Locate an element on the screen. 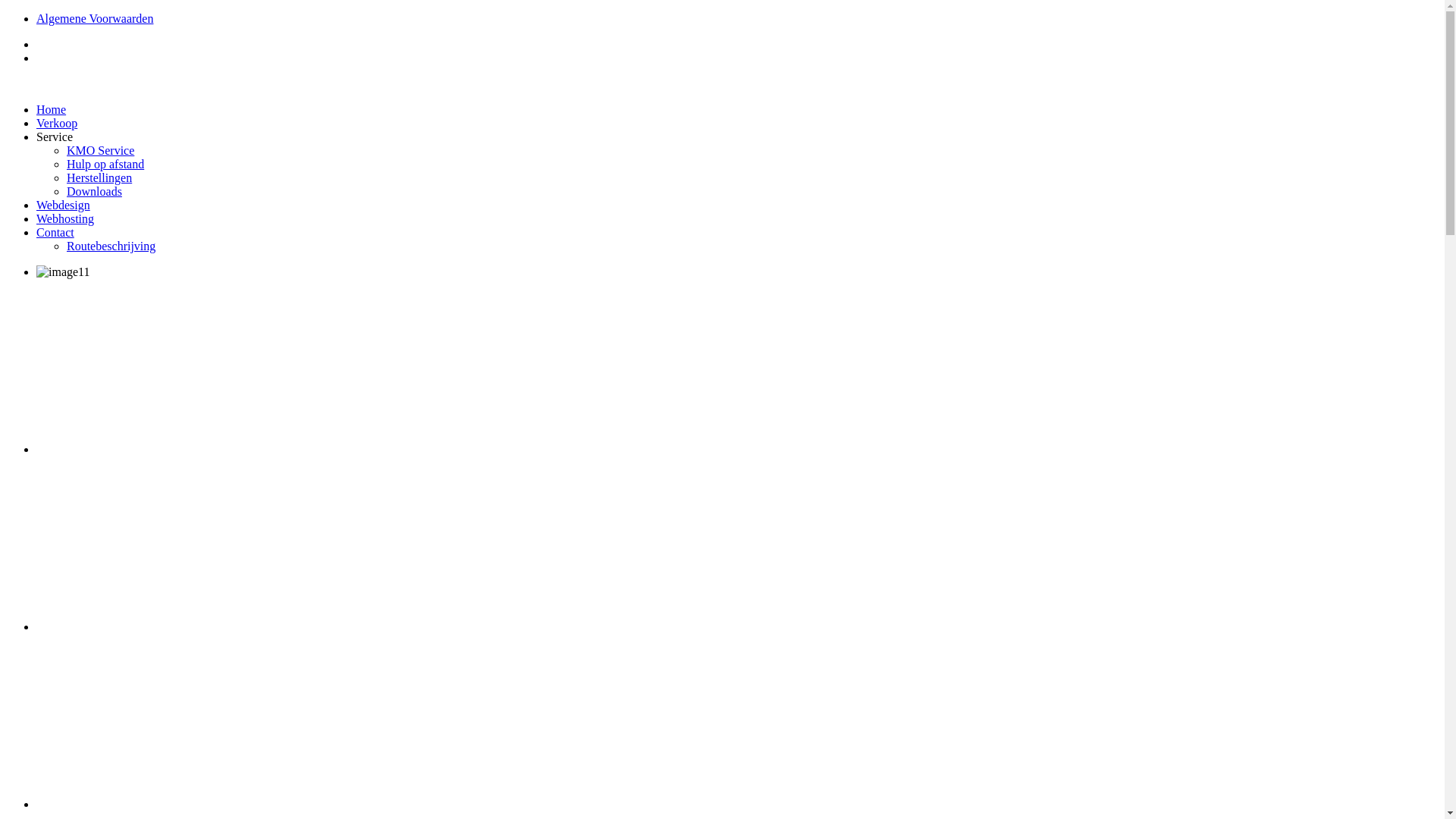 Image resolution: width=1456 pixels, height=819 pixels. 'Herstellingen' is located at coordinates (65, 177).